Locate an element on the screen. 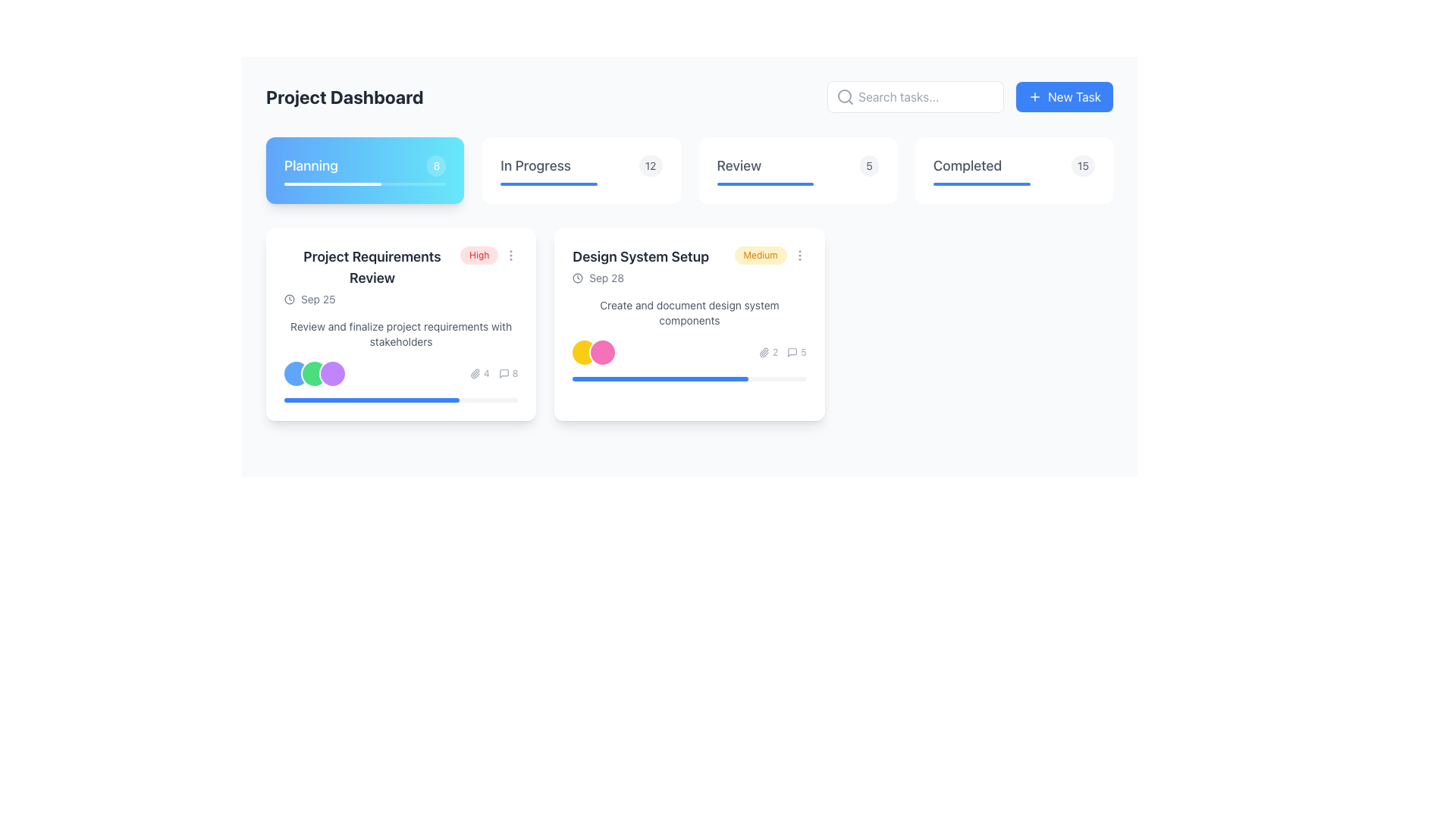 This screenshot has height=819, width=1456. the Avatar or Profile Picture representing the user 'Lisa', which is the second avatar in a row at the bottom of the 'Design System Setup' card is located at coordinates (602, 353).